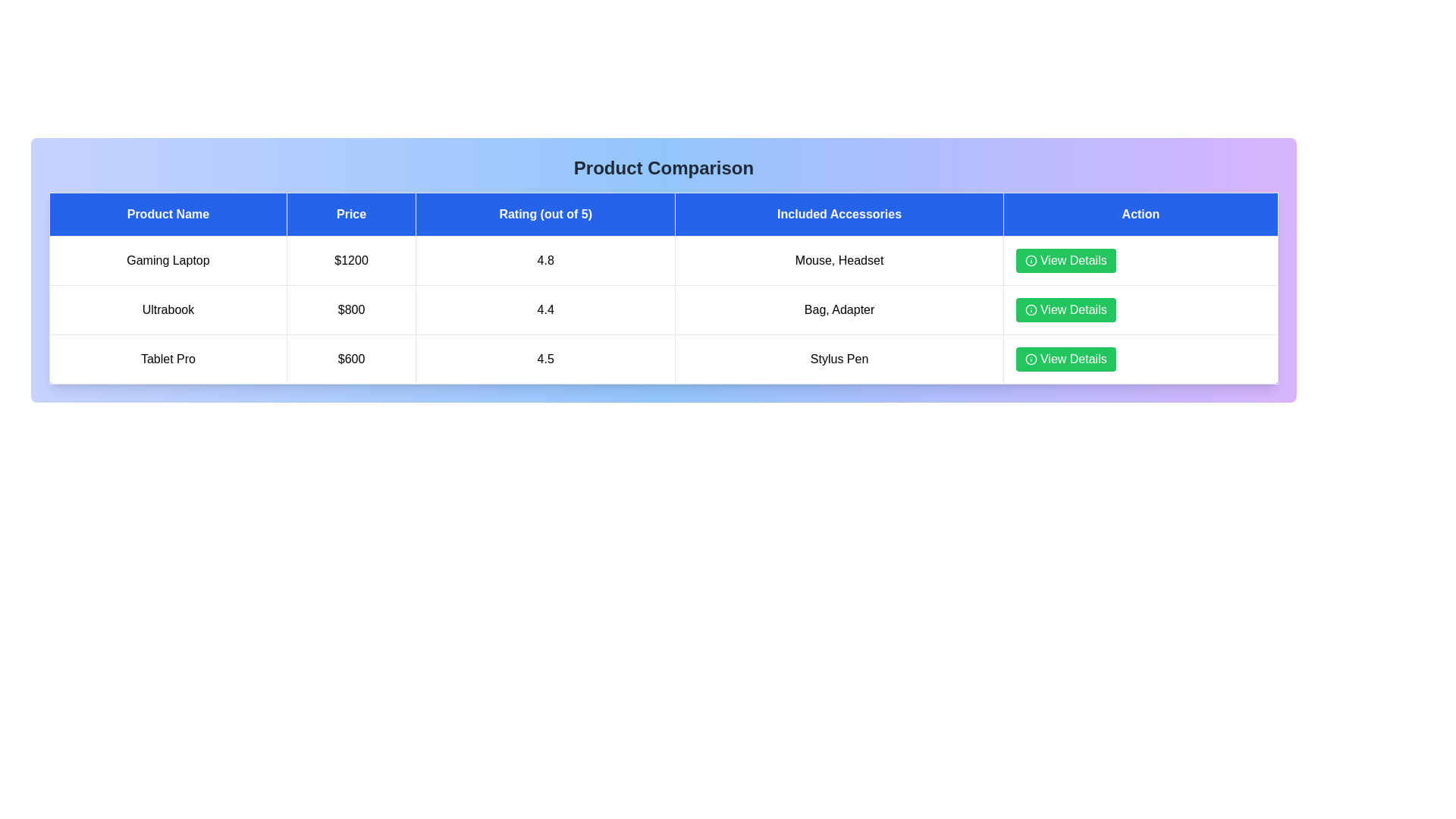 Image resolution: width=1456 pixels, height=819 pixels. Describe the element at coordinates (664, 259) in the screenshot. I see `the row corresponding to Gaming Laptop` at that location.